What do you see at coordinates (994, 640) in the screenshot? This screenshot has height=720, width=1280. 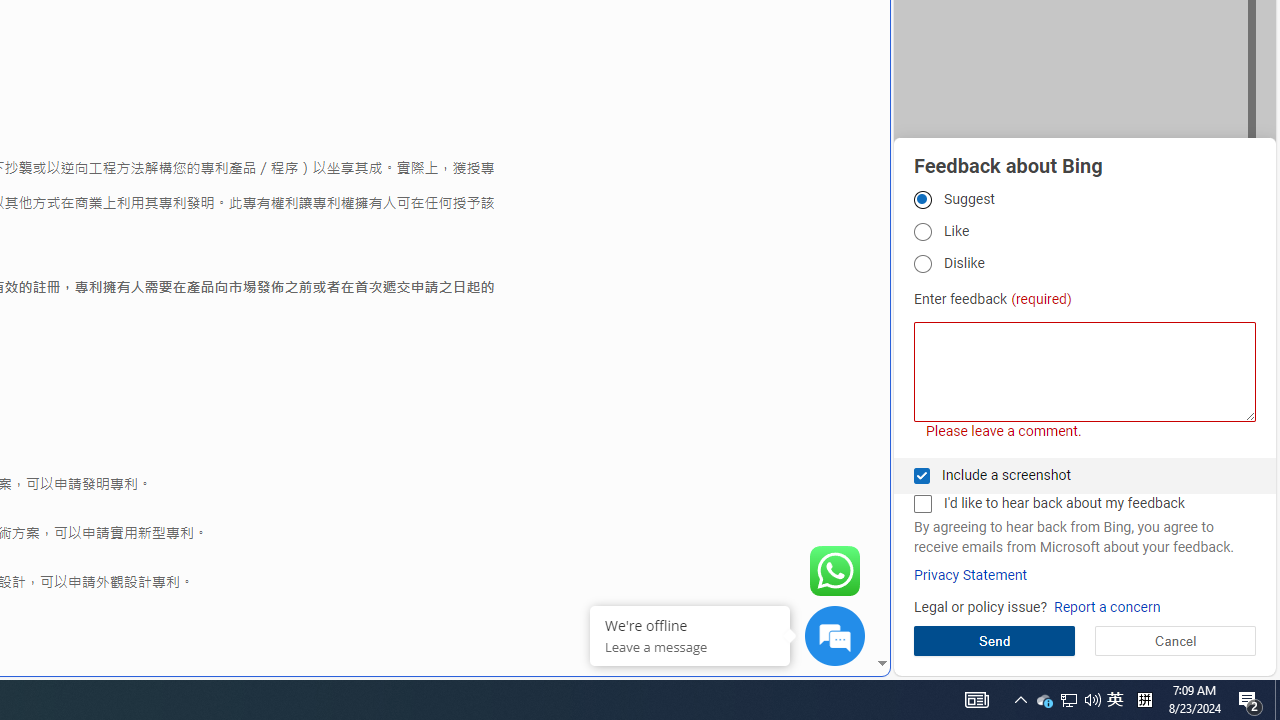 I see `'Send'` at bounding box center [994, 640].